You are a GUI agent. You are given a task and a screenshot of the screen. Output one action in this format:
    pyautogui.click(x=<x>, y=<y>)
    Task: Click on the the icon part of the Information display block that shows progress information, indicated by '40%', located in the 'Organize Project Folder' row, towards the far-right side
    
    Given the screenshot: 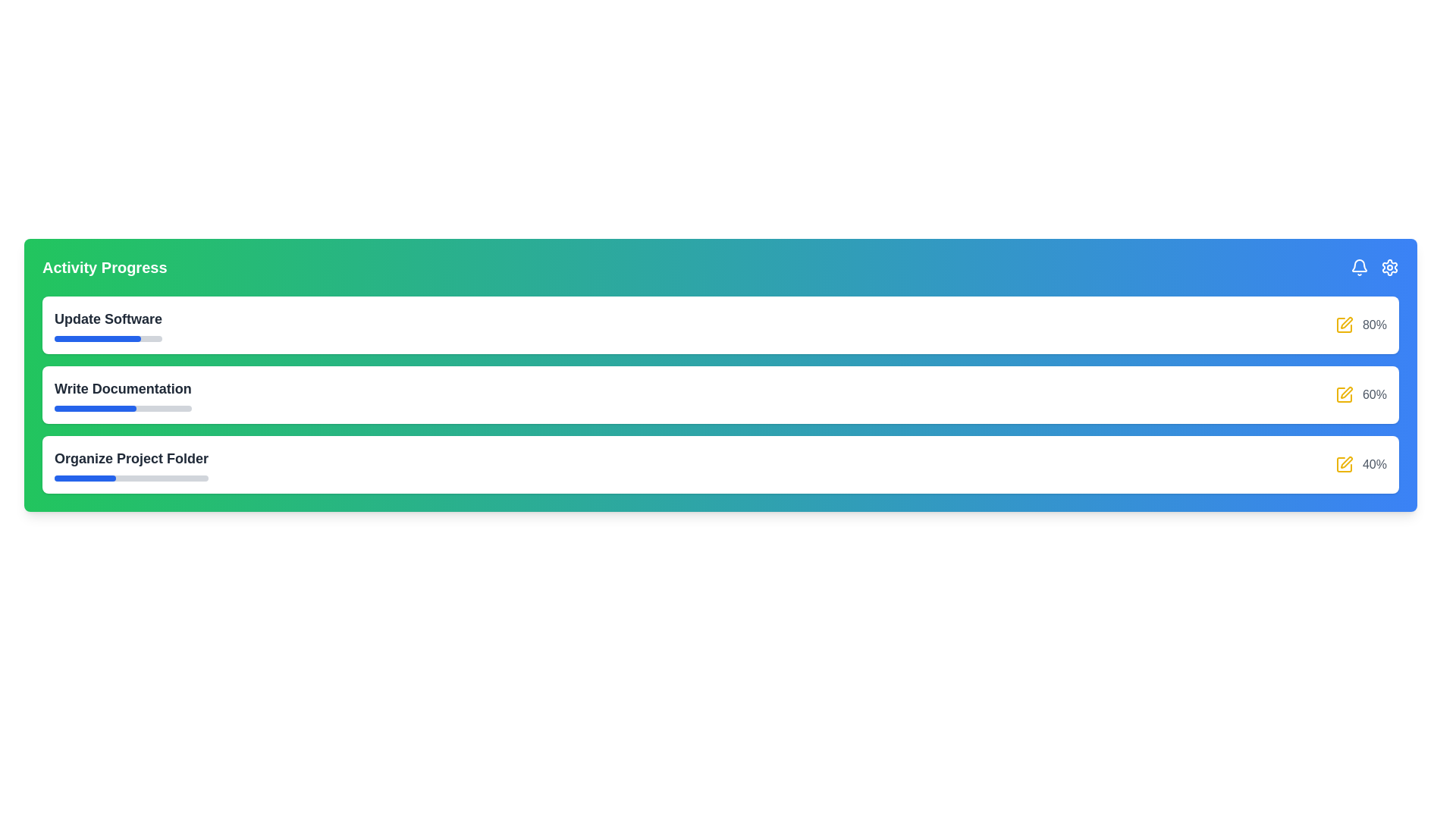 What is the action you would take?
    pyautogui.click(x=1361, y=464)
    